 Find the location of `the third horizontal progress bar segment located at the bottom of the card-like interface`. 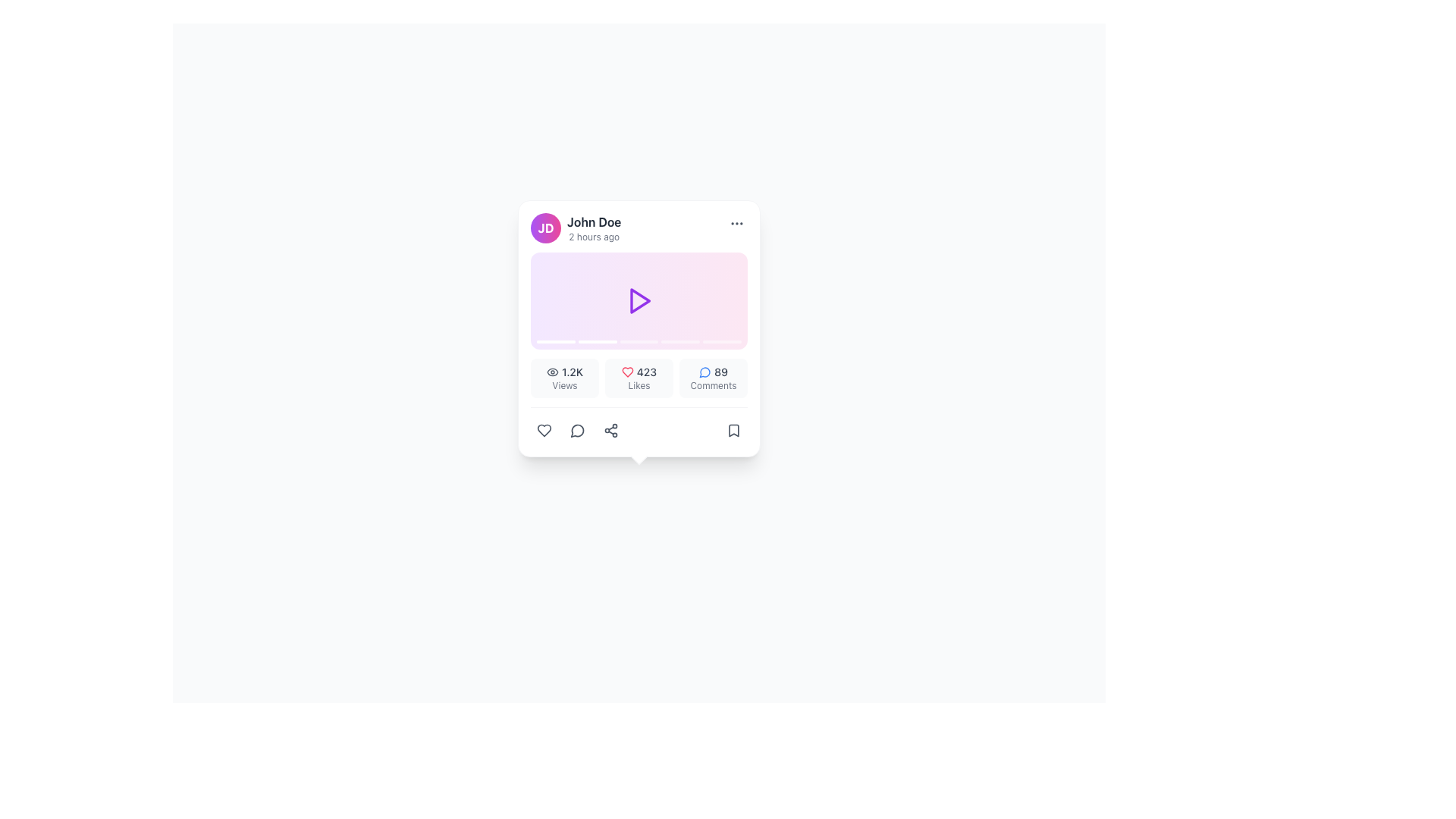

the third horizontal progress bar segment located at the bottom of the card-like interface is located at coordinates (639, 342).